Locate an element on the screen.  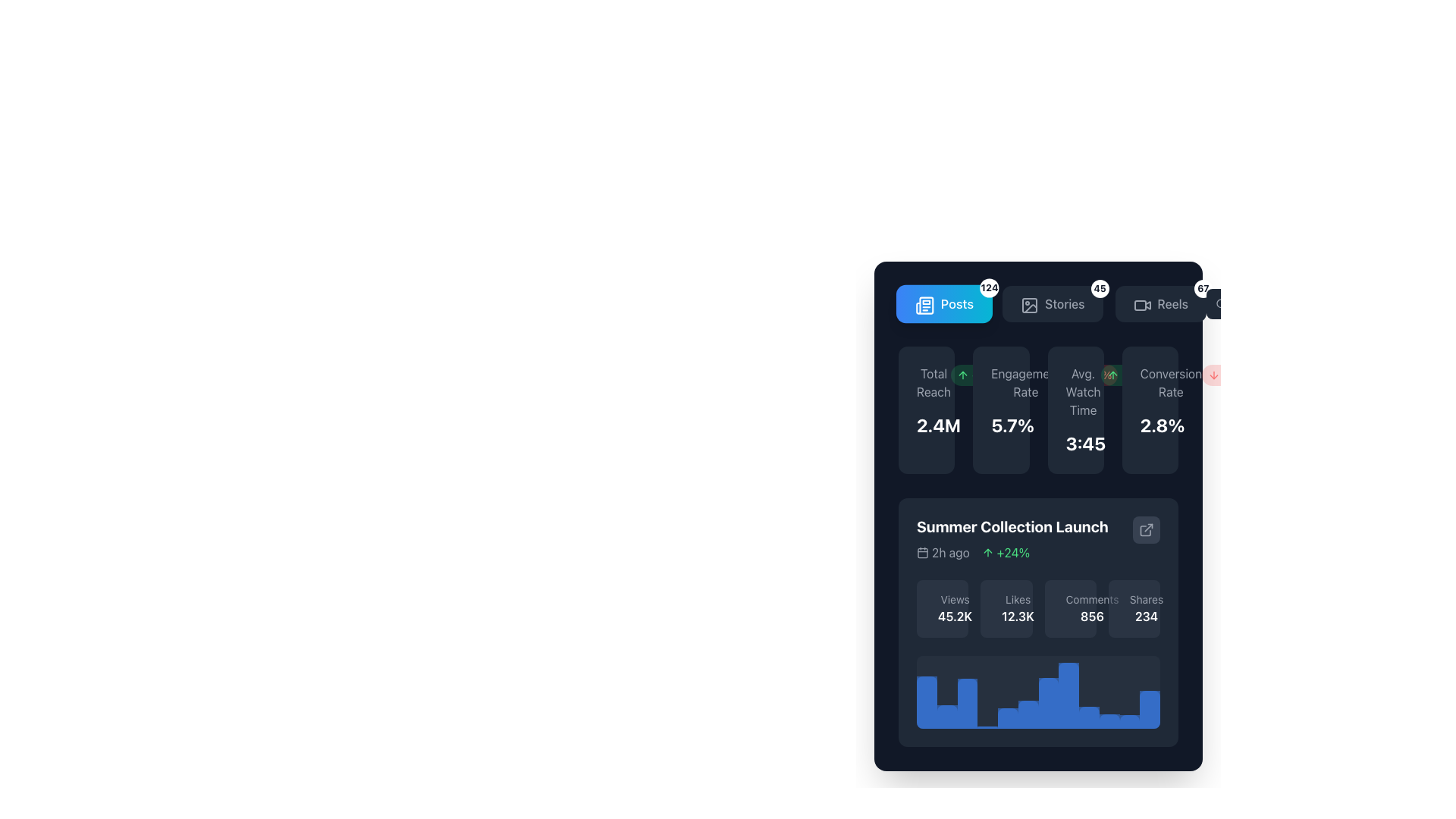
the static informational card that displays the average watch time statistic, positioned as the third card from the left in a grid layout, between the 'Engagement Rate' and 'Conversion Rate' cards is located at coordinates (1075, 409).